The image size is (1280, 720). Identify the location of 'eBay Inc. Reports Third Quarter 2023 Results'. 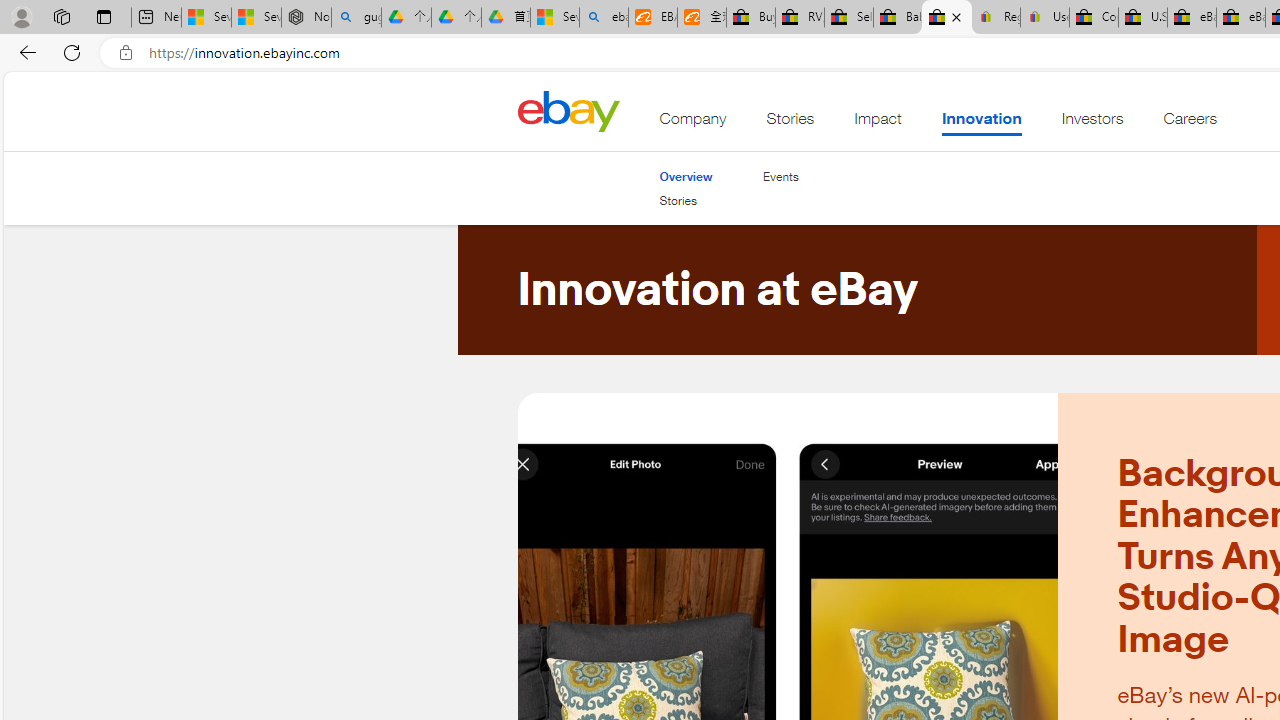
(1239, 17).